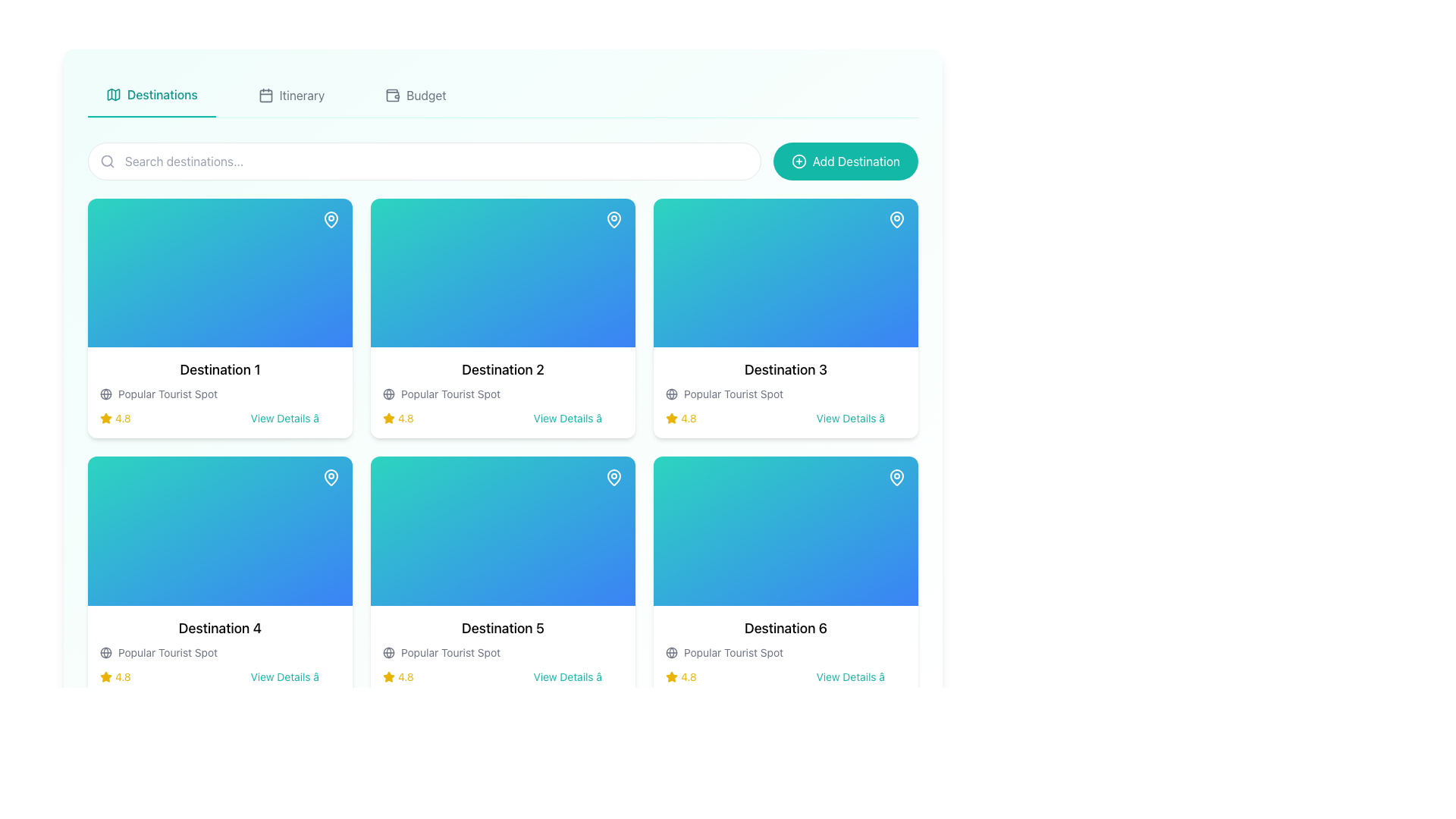 The image size is (1456, 819). Describe the element at coordinates (688, 419) in the screenshot. I see `the rating score text label displaying '4.8' for destination 3, located at the bottom-left section of the card and adjacent to a star icon` at that location.